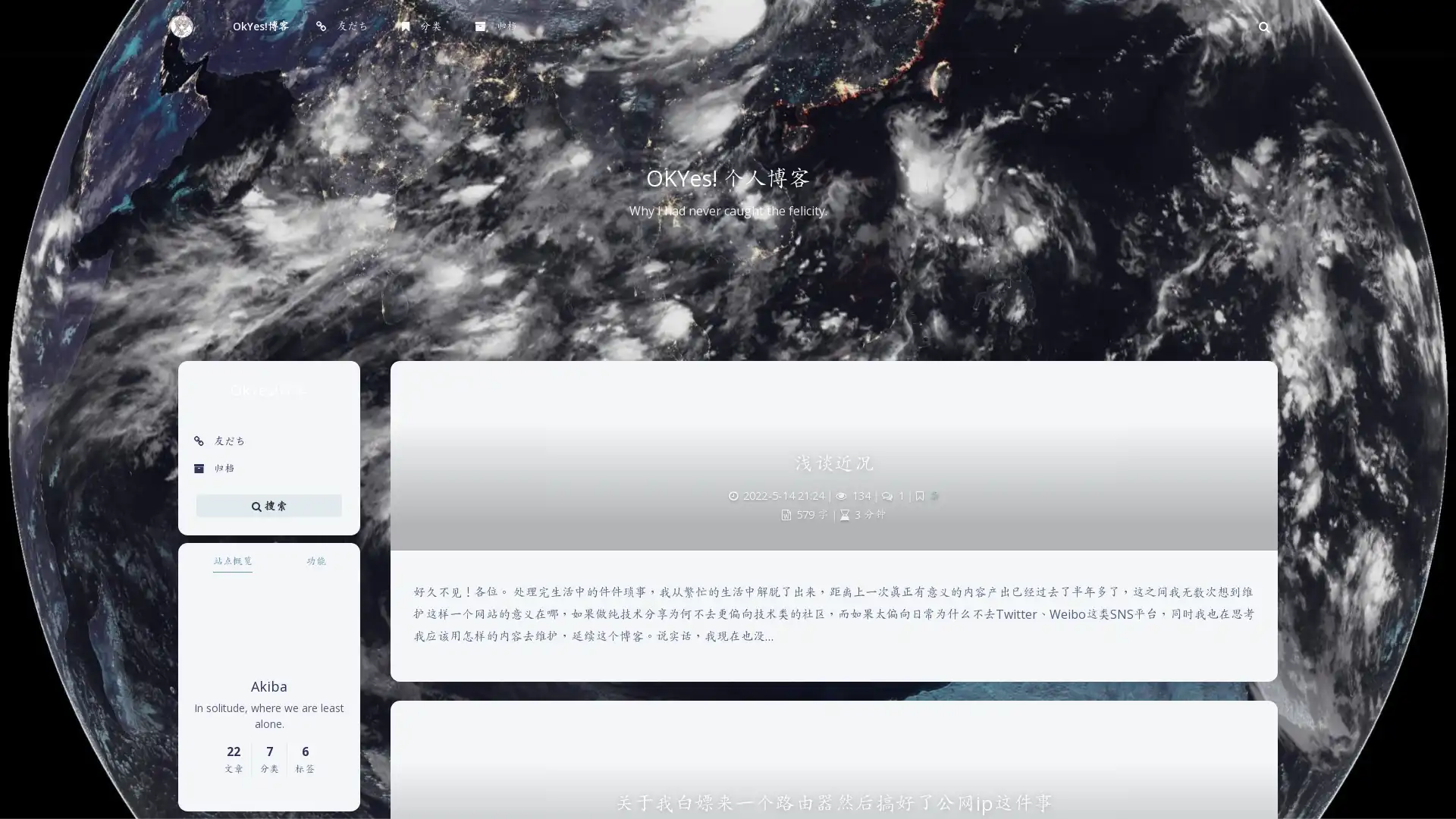  Describe the element at coordinates (1357, 612) in the screenshot. I see `Serif` at that location.